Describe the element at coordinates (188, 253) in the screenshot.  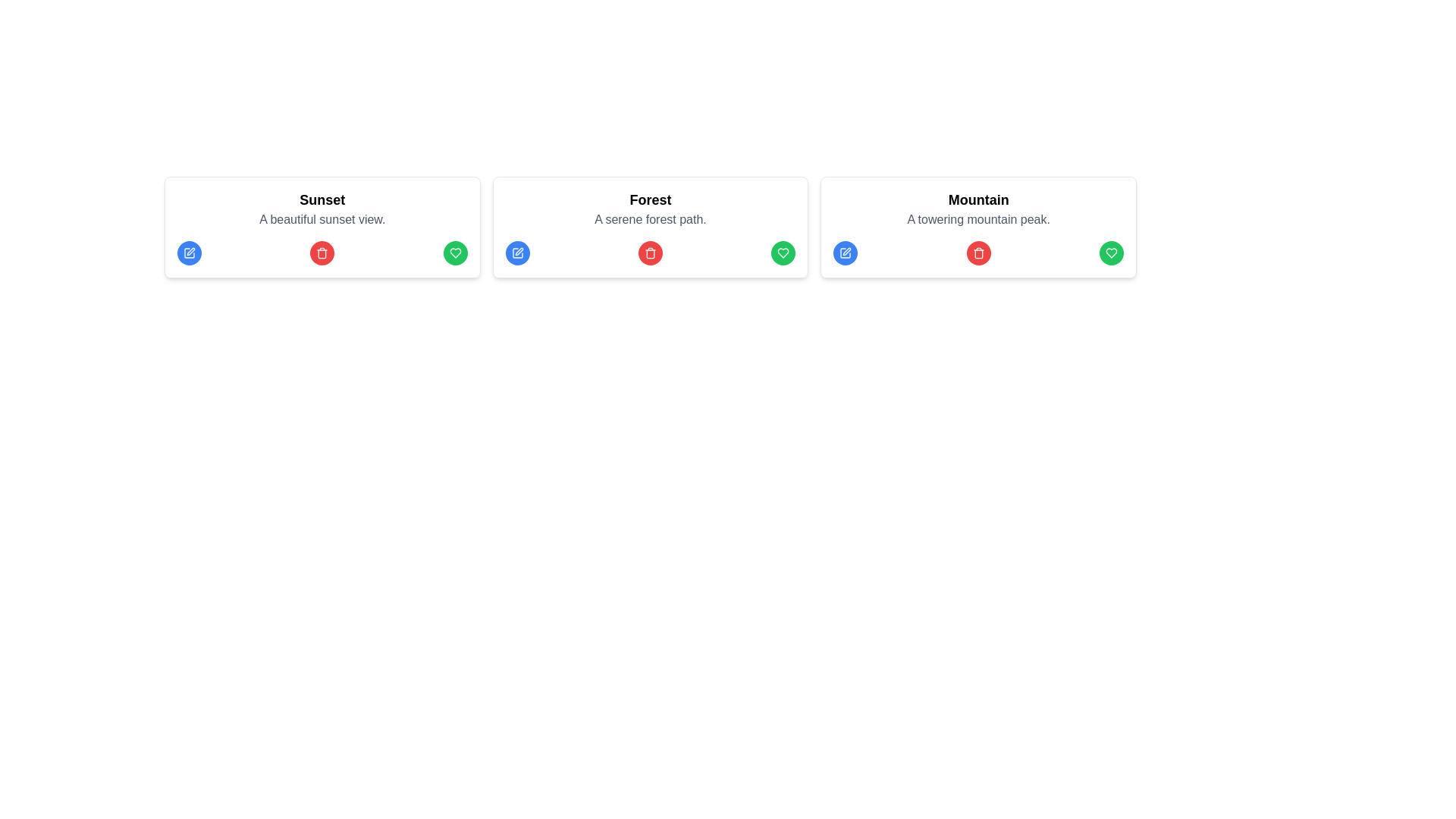
I see `the blue circular icon with a white outline and a pen drawing inside, located on the leftmost side of the 'Sunset' row` at that location.